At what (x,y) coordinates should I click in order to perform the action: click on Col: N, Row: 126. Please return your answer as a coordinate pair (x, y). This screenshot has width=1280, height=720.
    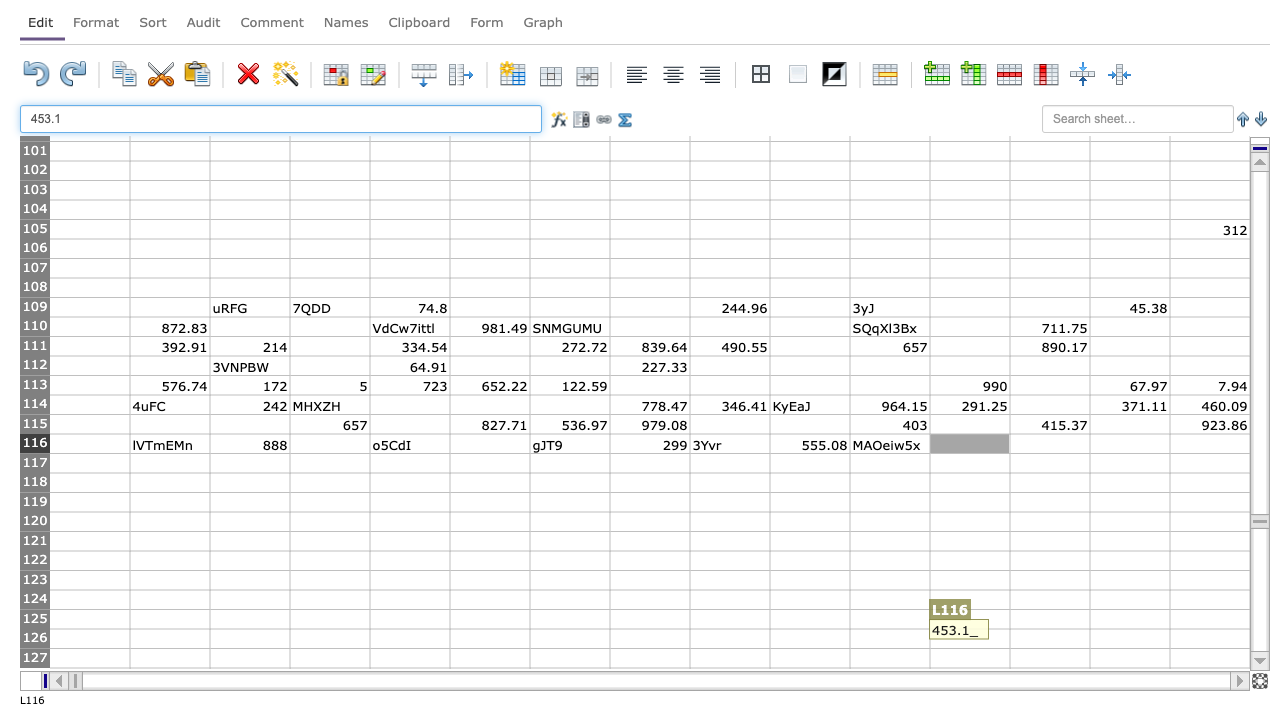
    Looking at the image, I should click on (1129, 638).